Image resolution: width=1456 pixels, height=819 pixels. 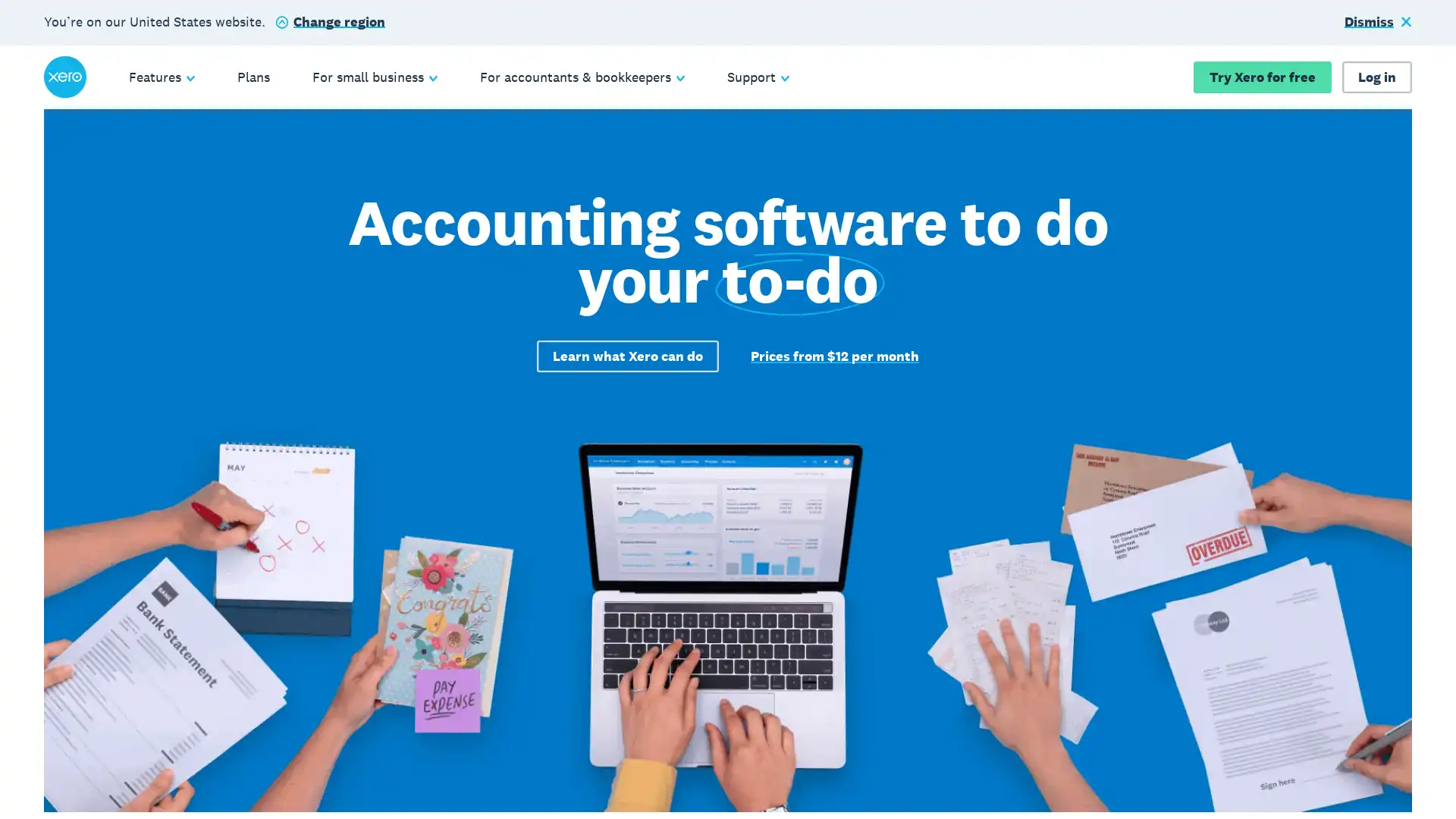 I want to click on Dismiss, so click(x=1378, y=23).